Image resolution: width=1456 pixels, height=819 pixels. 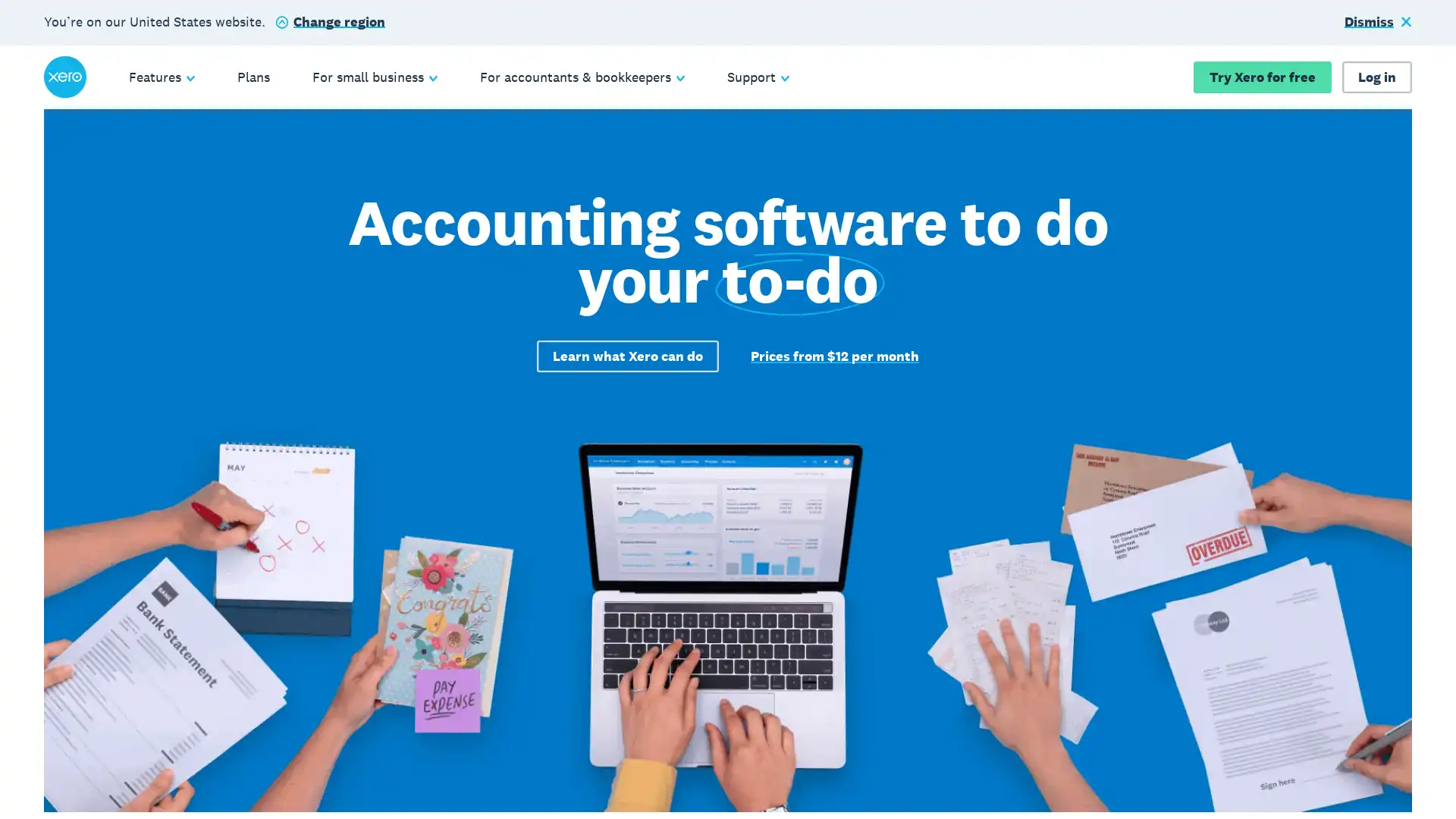 I want to click on Dismiss, so click(x=1378, y=23).